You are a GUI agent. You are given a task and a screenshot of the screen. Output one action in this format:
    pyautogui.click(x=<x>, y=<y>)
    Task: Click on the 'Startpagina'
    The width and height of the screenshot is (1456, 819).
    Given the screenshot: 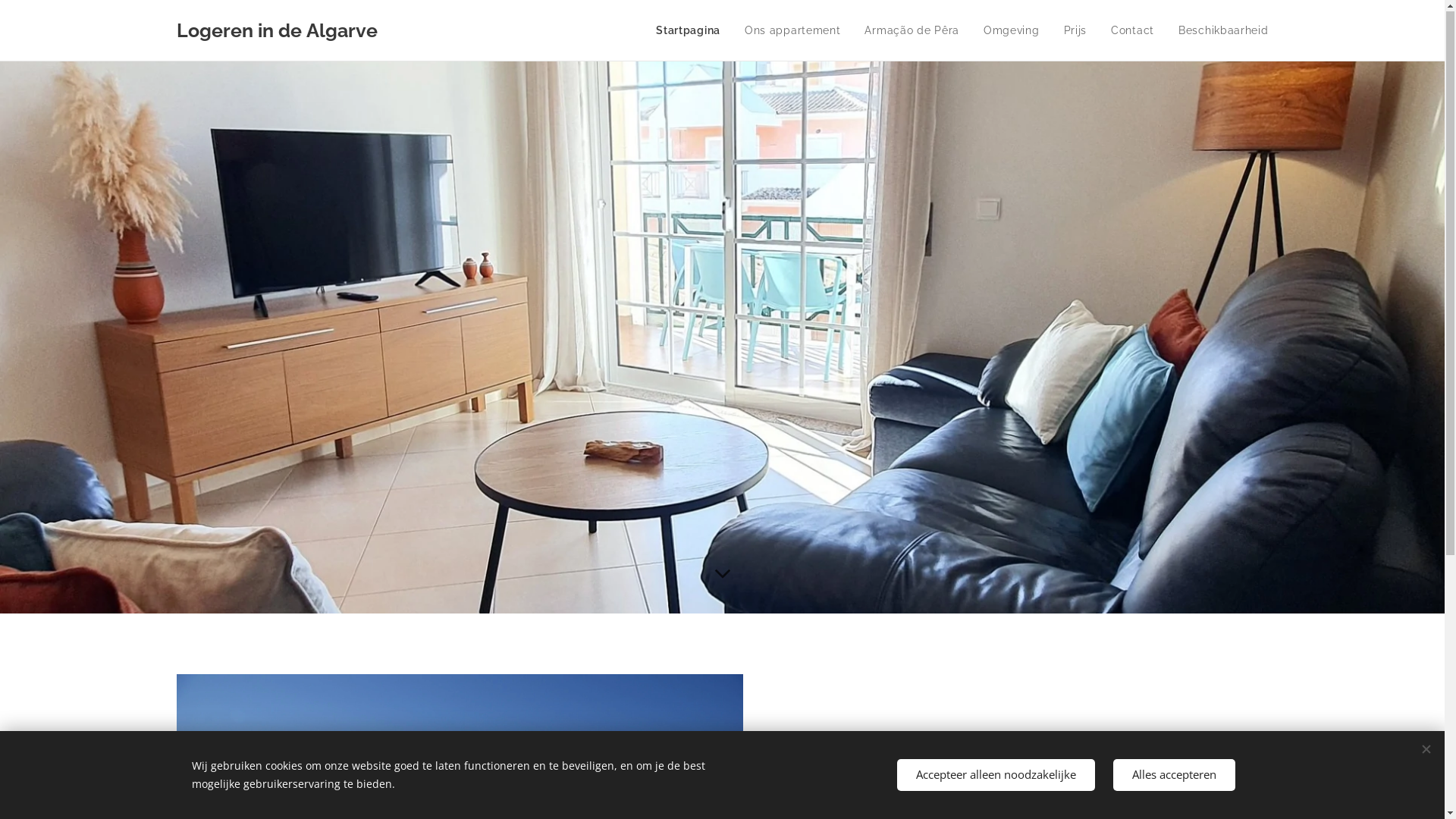 What is the action you would take?
    pyautogui.click(x=691, y=31)
    